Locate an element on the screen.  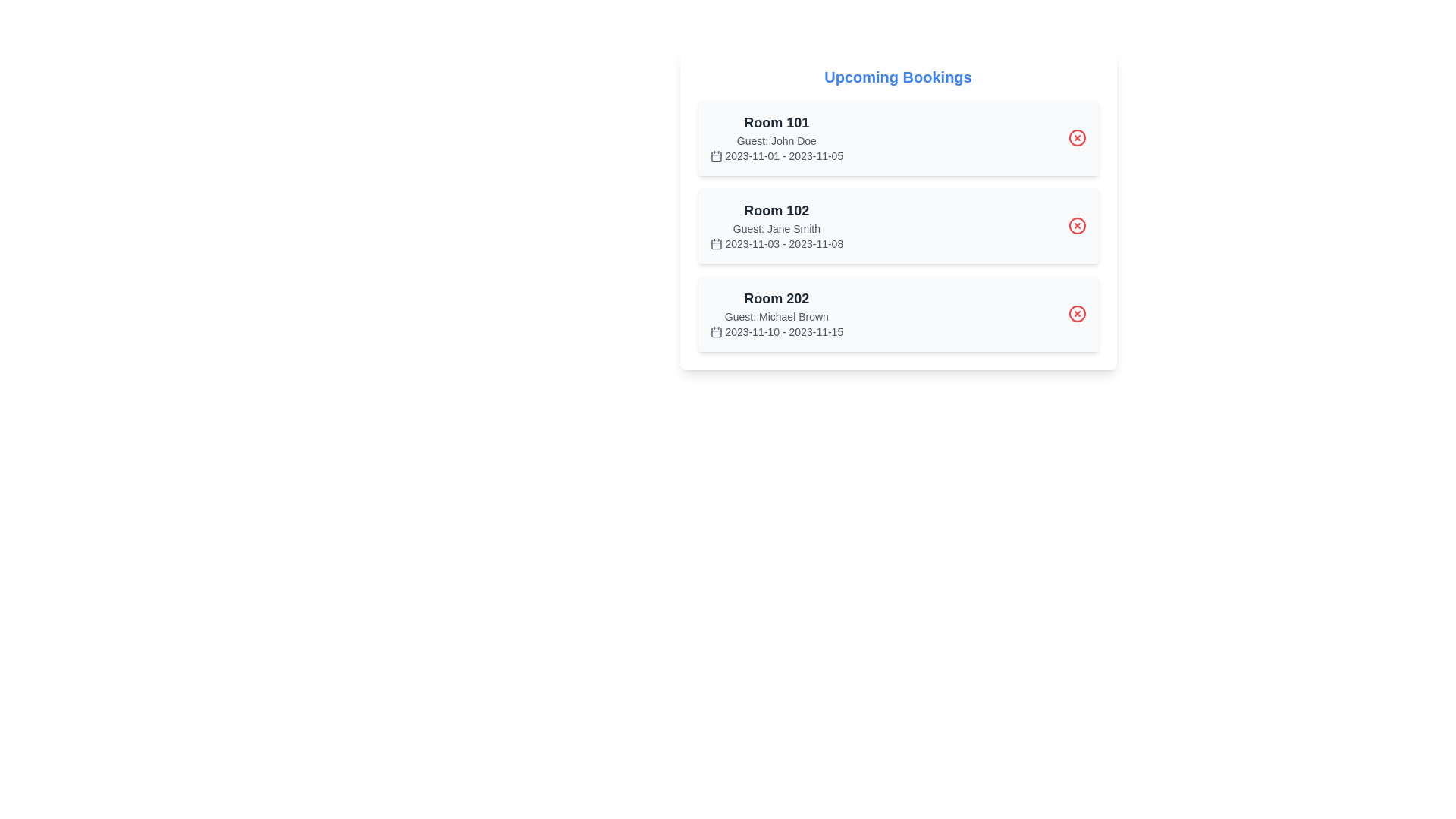
the calendar icon located to the left of the date range text '2023-11-01 - 2023-11-05' within the first booking card for 'Room 101' under 'Upcoming Bookings' is located at coordinates (715, 155).